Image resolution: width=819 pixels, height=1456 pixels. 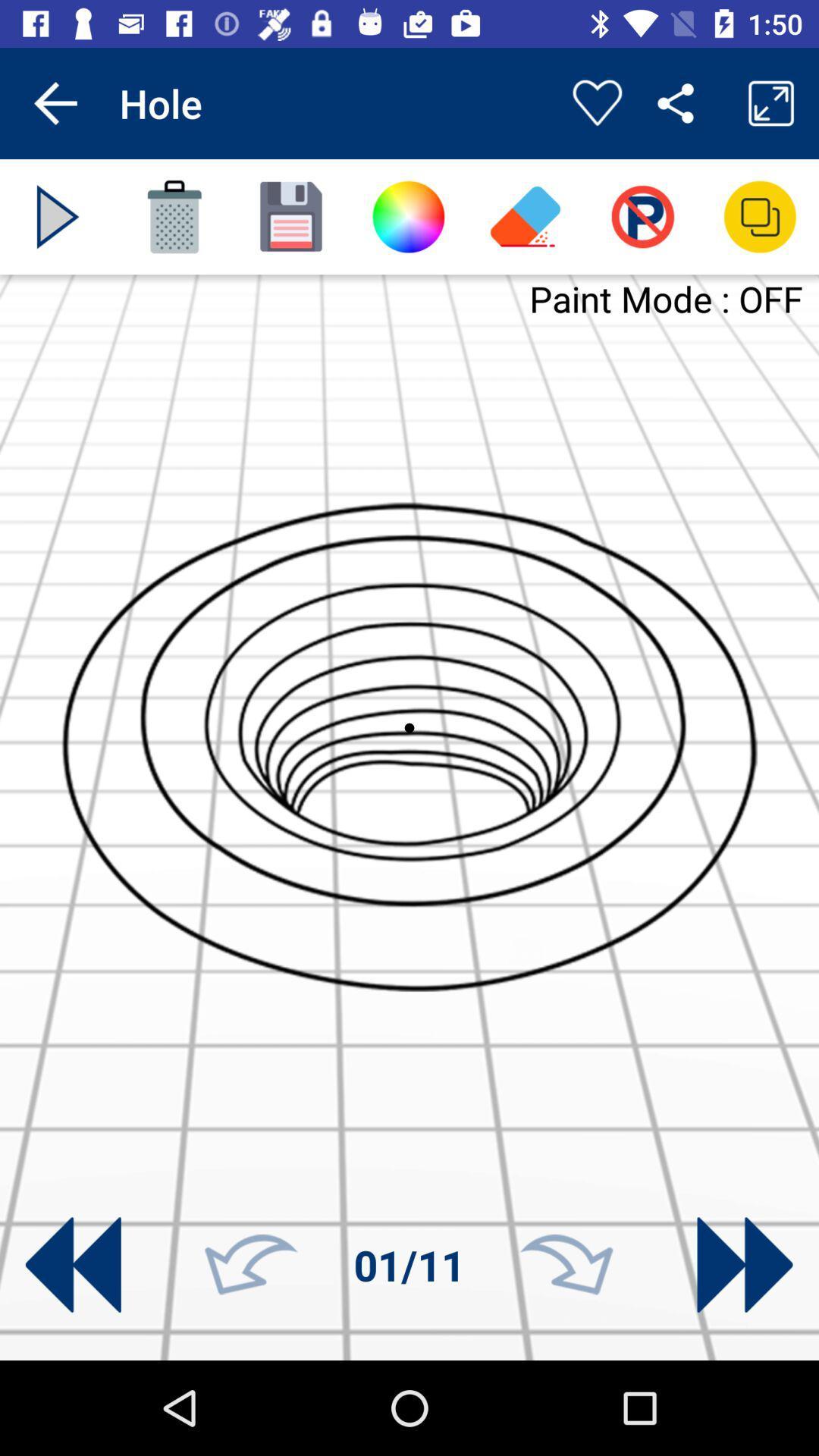 I want to click on go forward, so click(x=744, y=1265).